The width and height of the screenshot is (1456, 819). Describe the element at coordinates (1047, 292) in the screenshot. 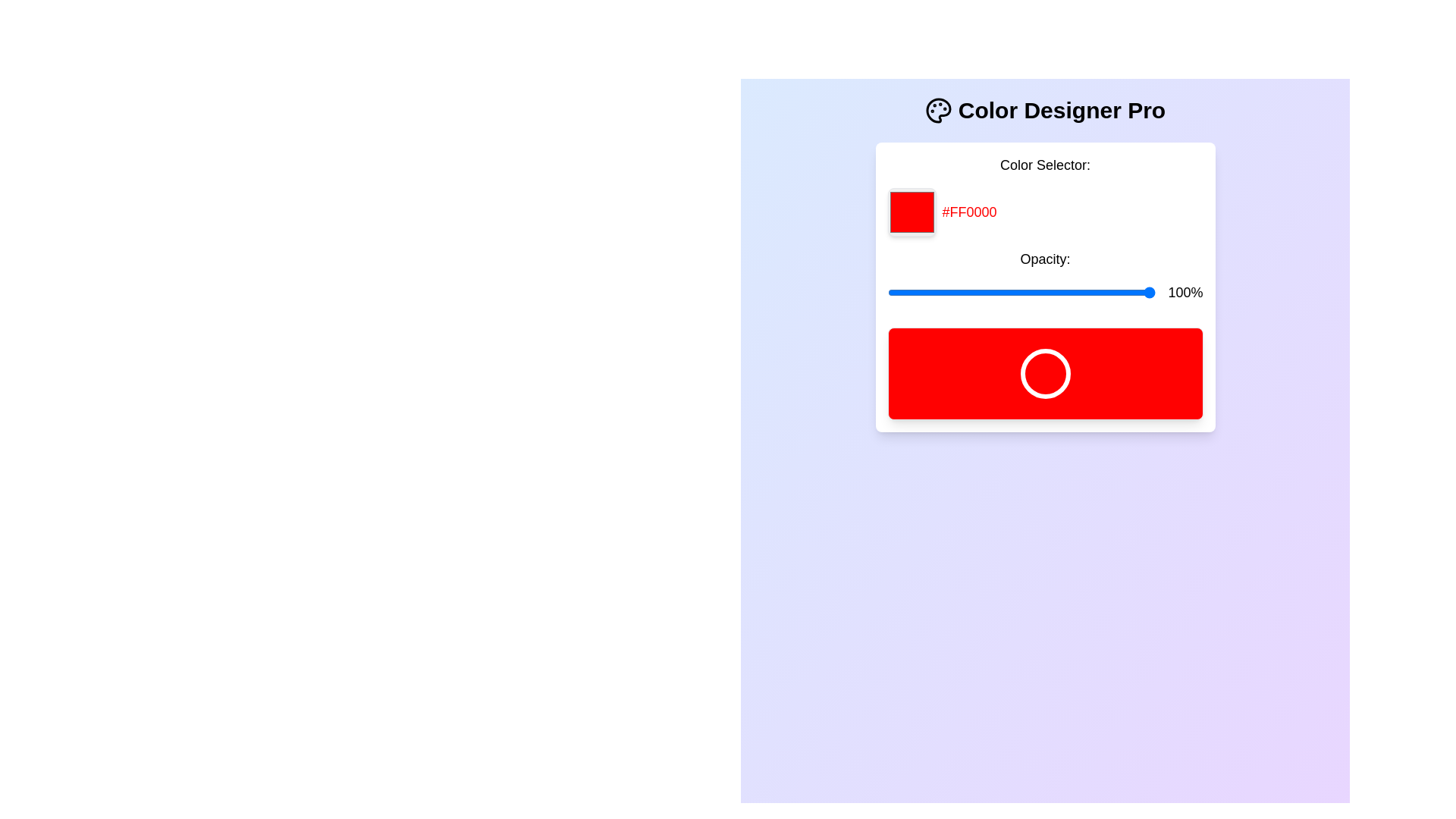

I see `opacity` at that location.